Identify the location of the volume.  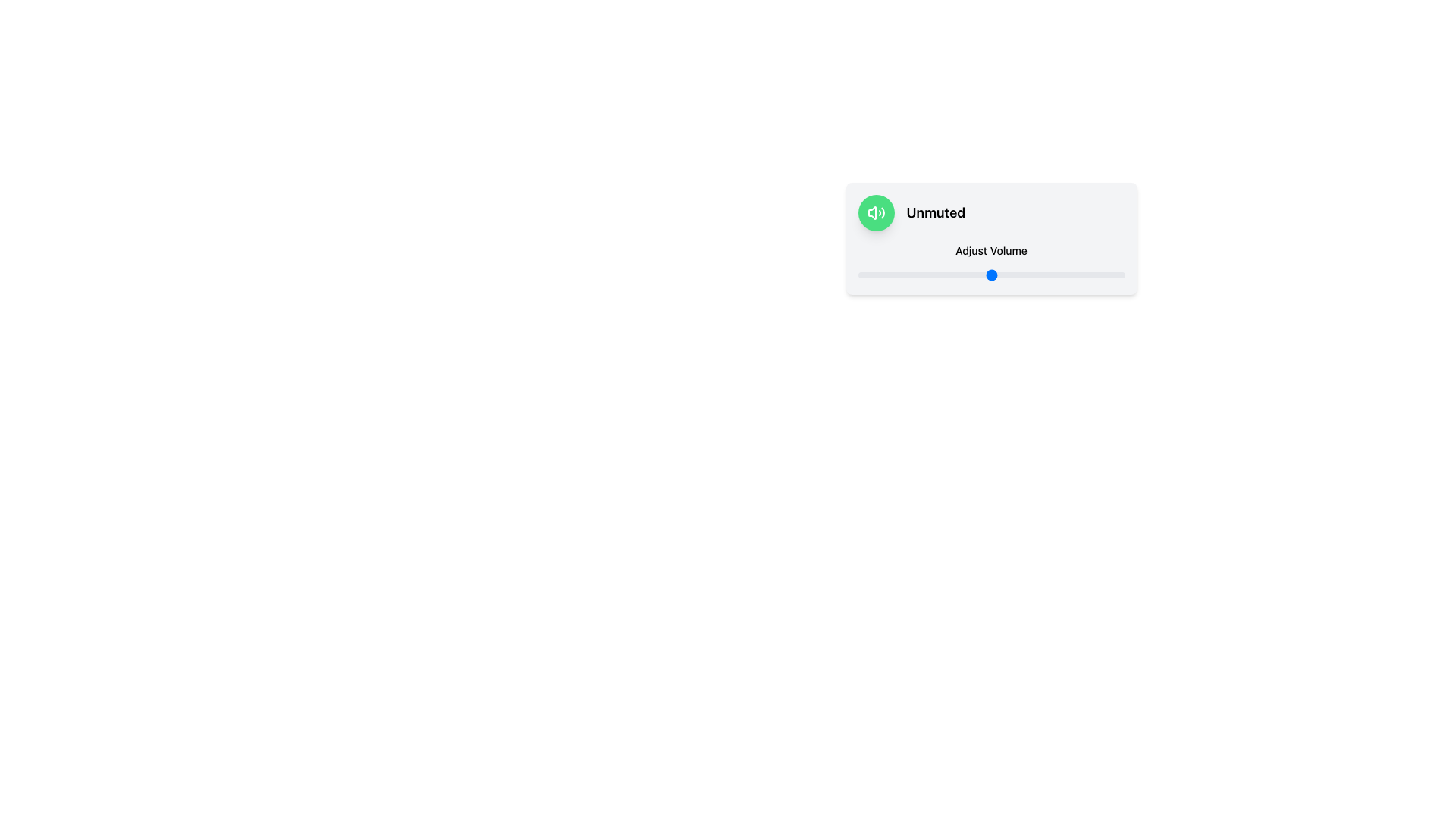
(921, 275).